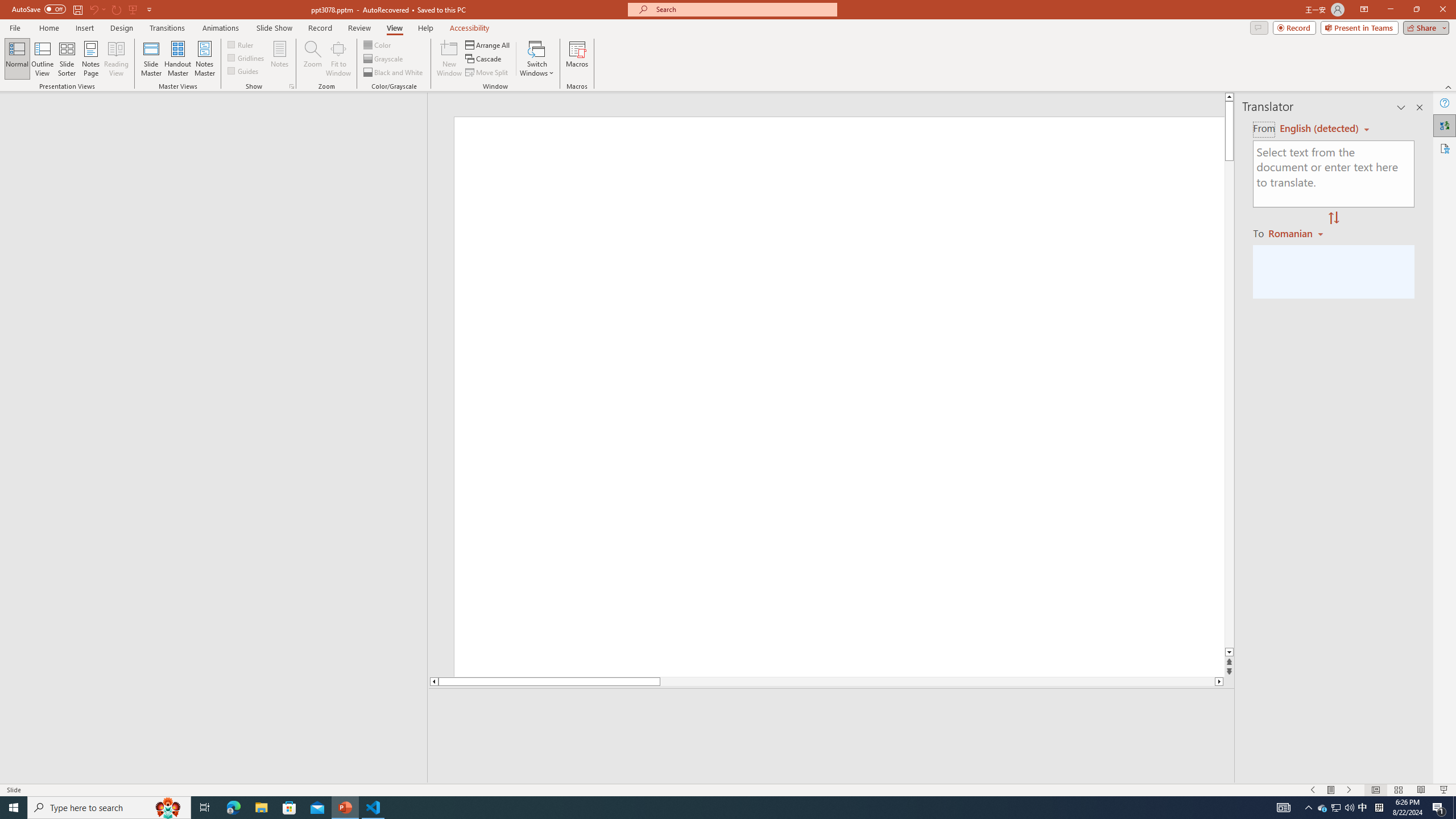  What do you see at coordinates (1319, 128) in the screenshot?
I see `'Czech (detected)'` at bounding box center [1319, 128].